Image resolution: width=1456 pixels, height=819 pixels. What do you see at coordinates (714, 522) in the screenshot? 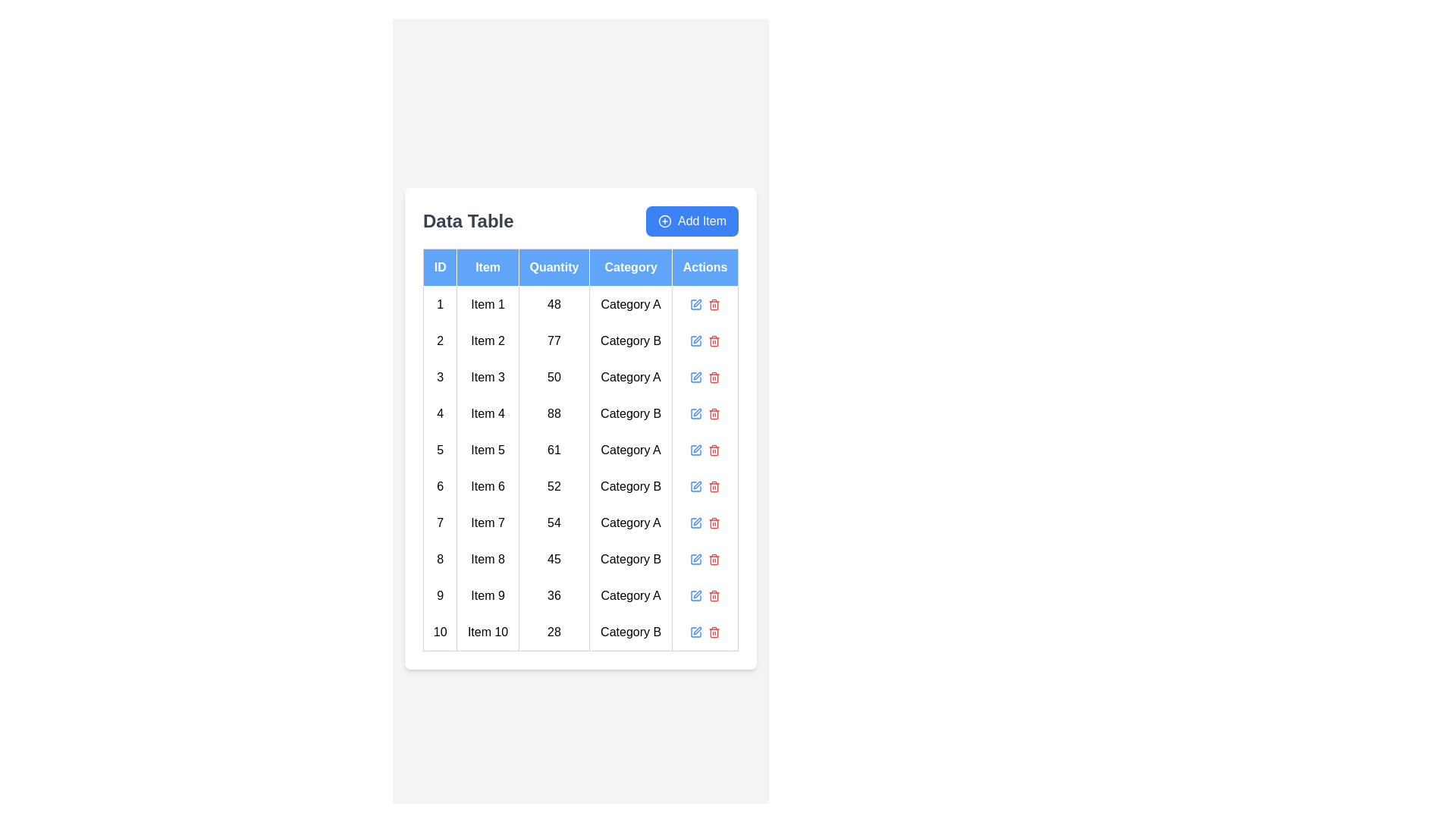
I see `the central part of the trash icon in the 'Actions' column of the data table for 'Item 7'` at bounding box center [714, 522].